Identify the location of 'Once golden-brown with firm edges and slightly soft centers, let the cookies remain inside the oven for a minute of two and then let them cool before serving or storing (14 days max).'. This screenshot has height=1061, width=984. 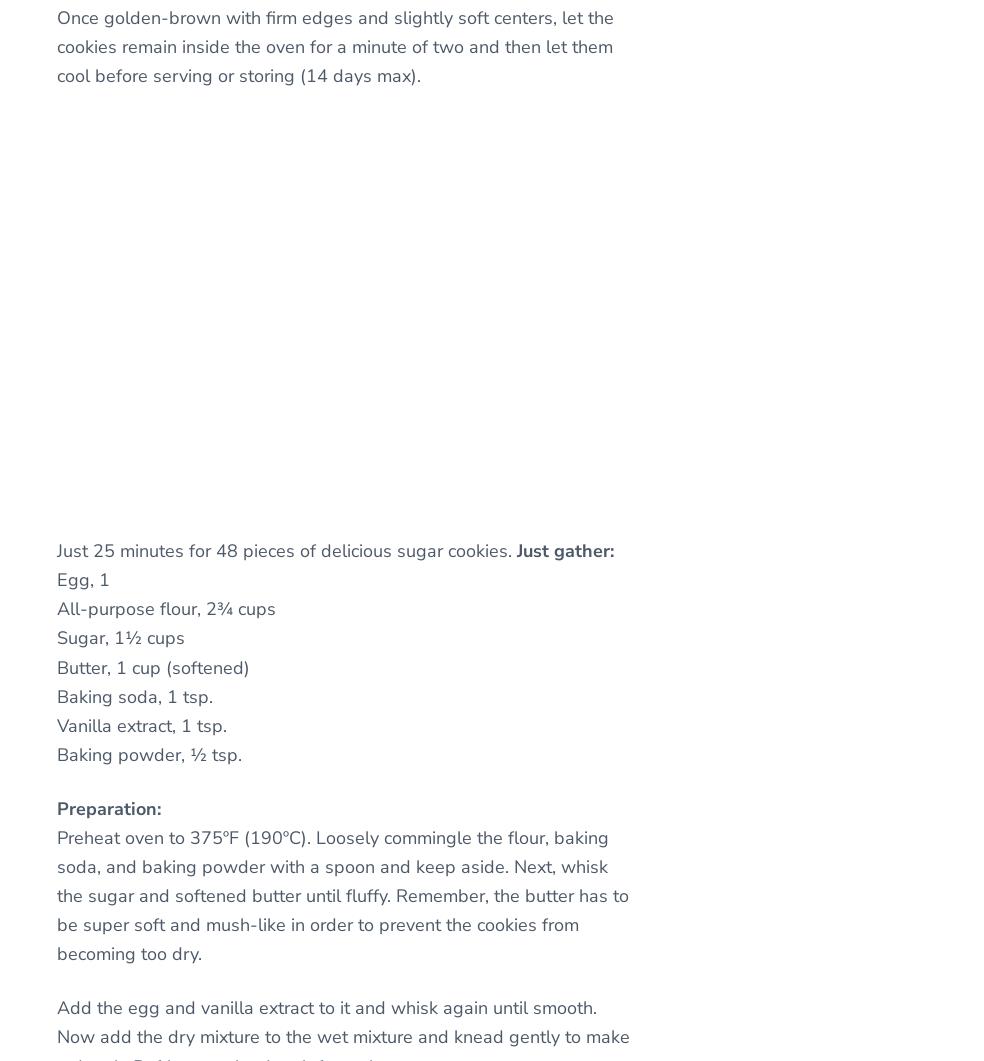
(55, 47).